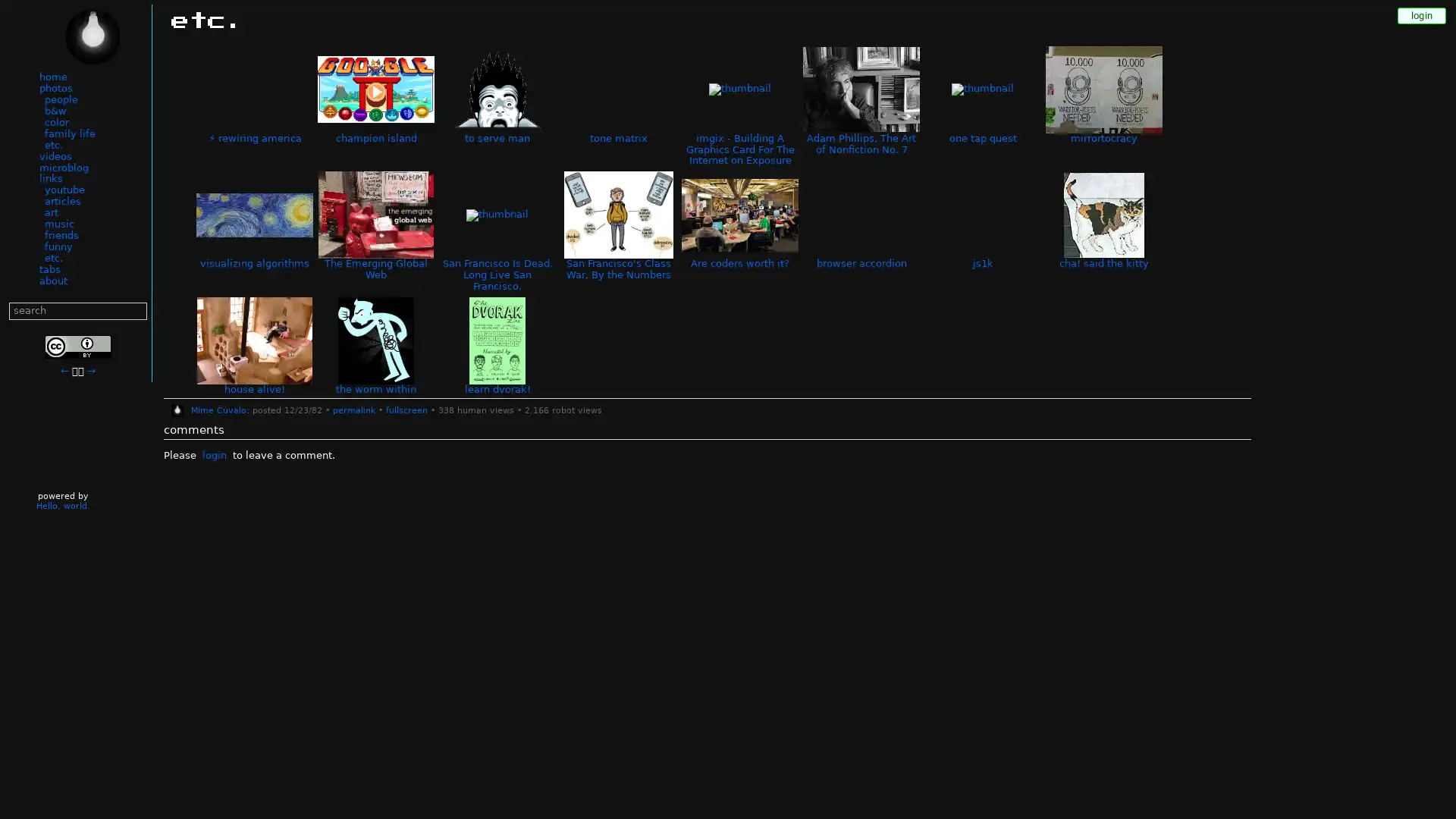 The height and width of the screenshot is (819, 1456). Describe the element at coordinates (1421, 15) in the screenshot. I see `login` at that location.